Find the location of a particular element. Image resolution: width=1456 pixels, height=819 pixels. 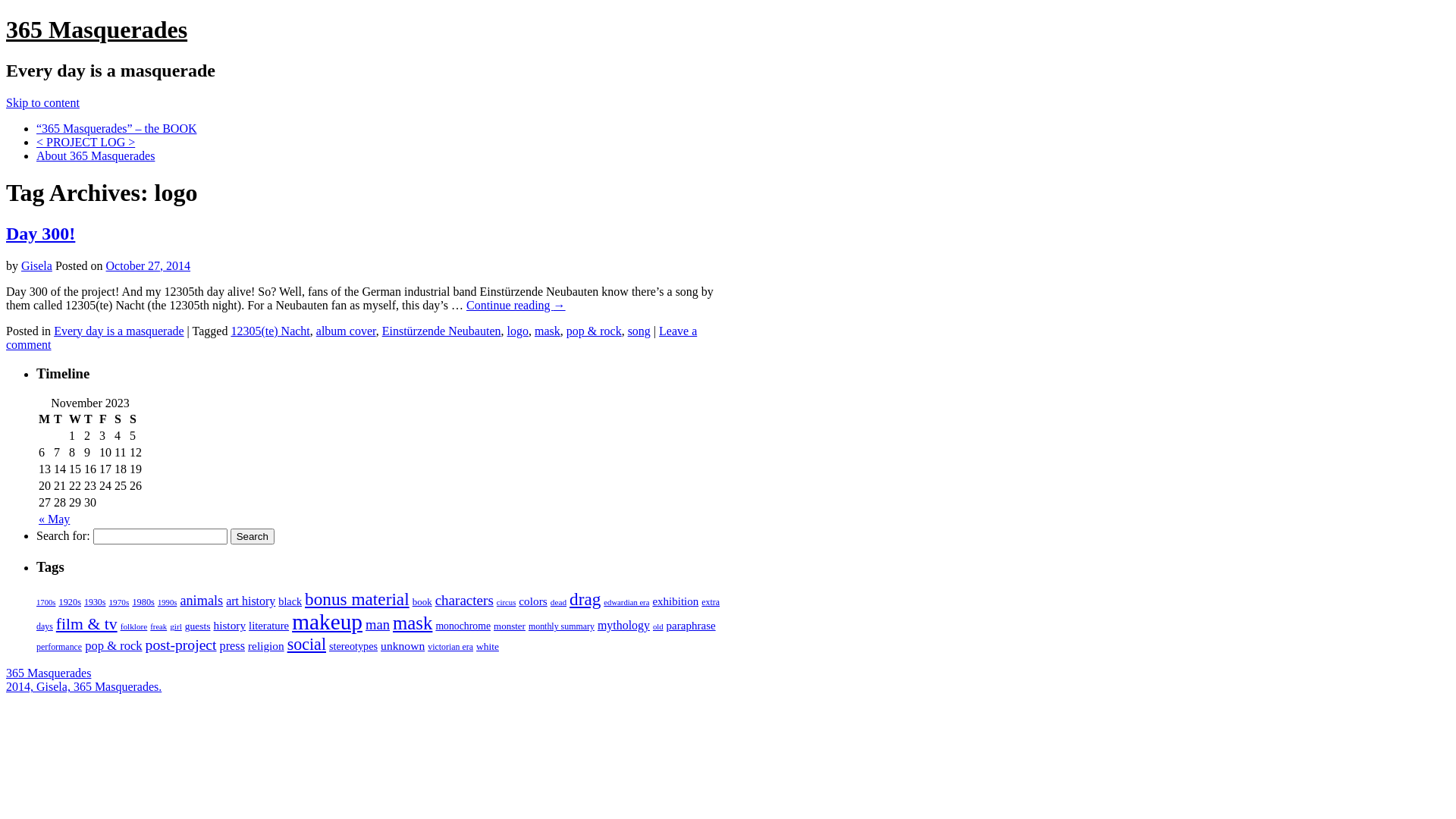

'monthly summary' is located at coordinates (528, 626).